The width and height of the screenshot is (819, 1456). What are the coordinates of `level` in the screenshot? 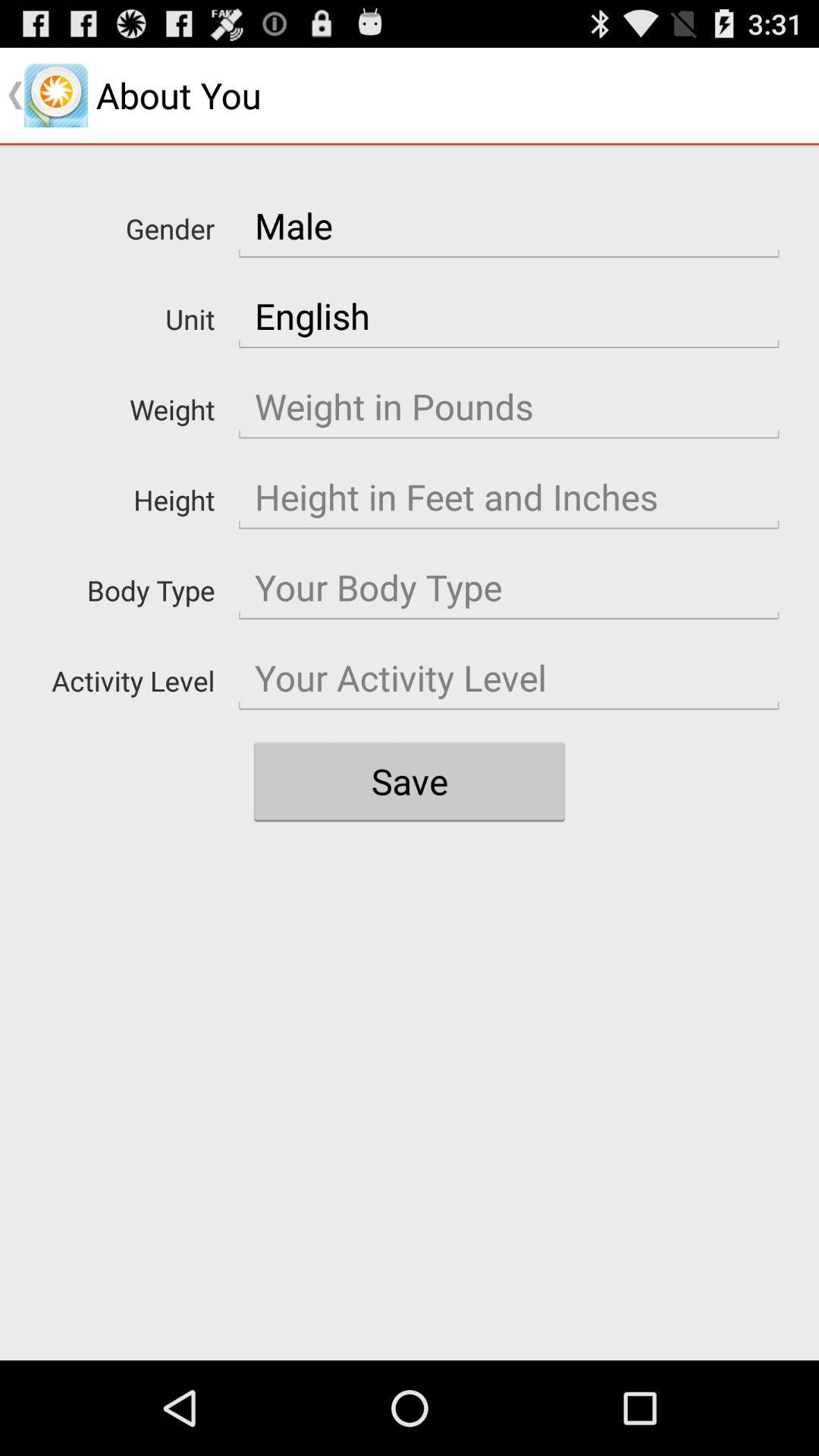 It's located at (509, 677).